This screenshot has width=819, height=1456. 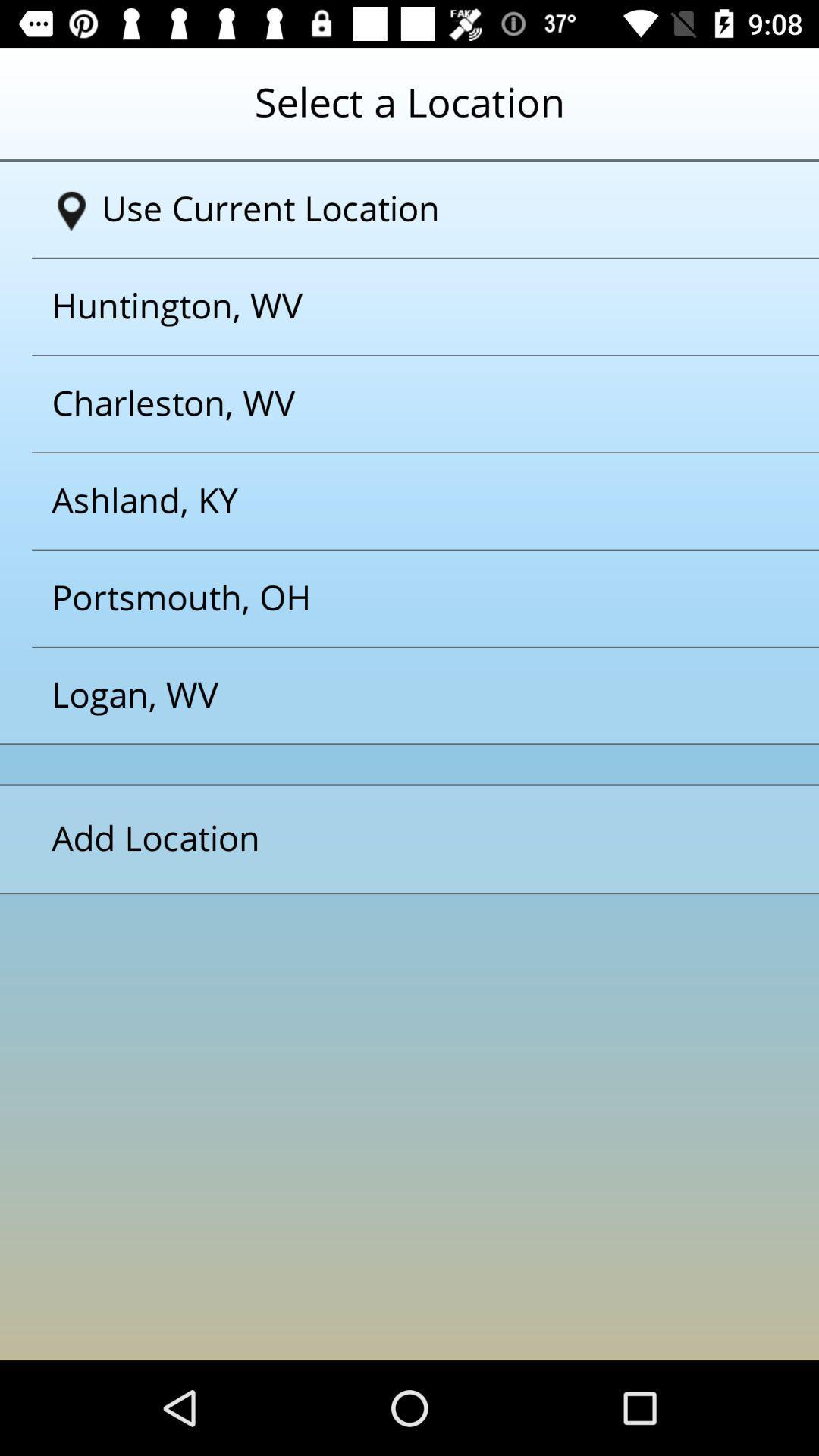 What do you see at coordinates (390, 695) in the screenshot?
I see `option above add location` at bounding box center [390, 695].